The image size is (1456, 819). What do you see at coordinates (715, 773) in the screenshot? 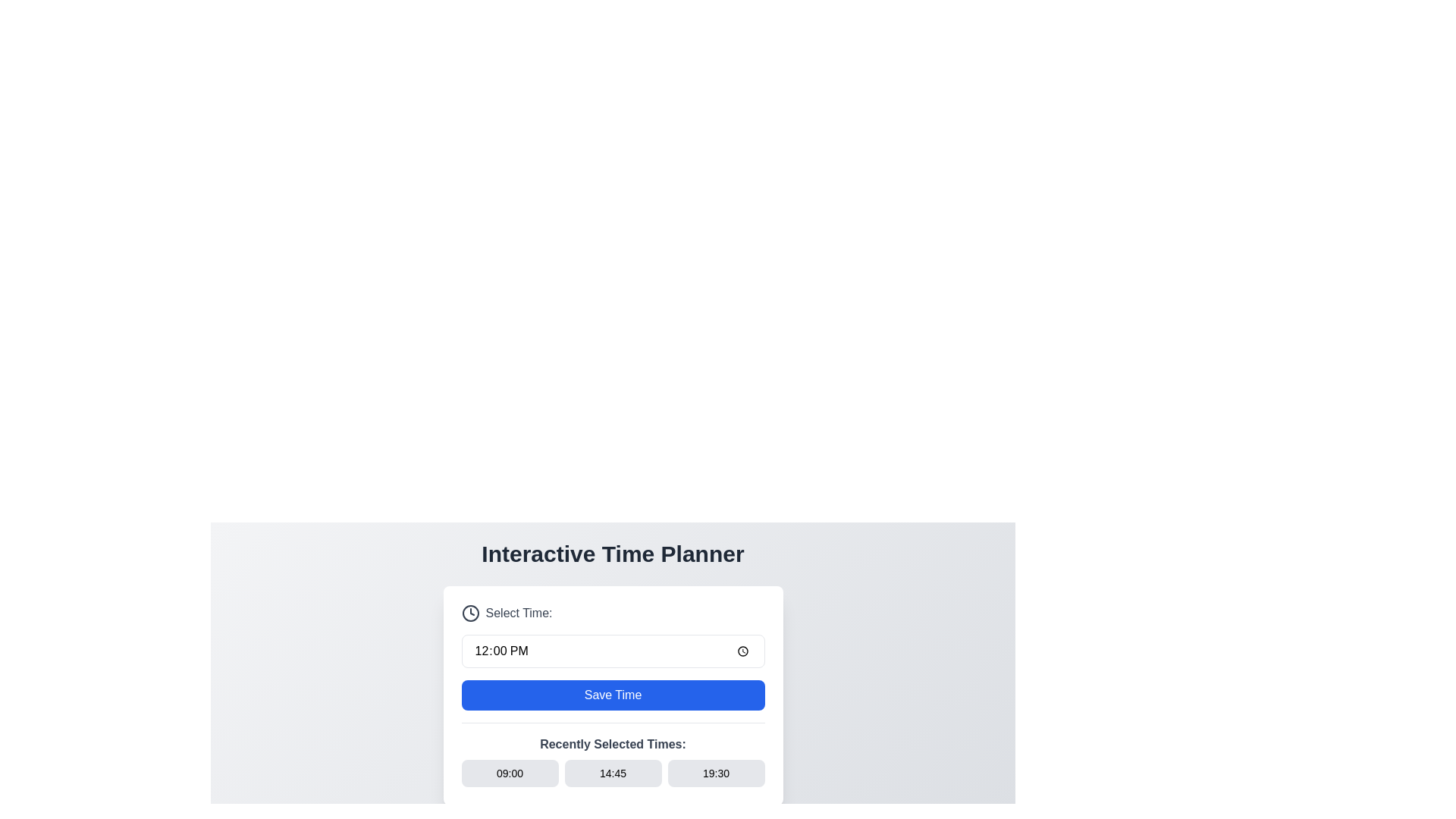
I see `the third button in the horizontally-aligned grid below the header 'Recently Selected Times:'` at bounding box center [715, 773].